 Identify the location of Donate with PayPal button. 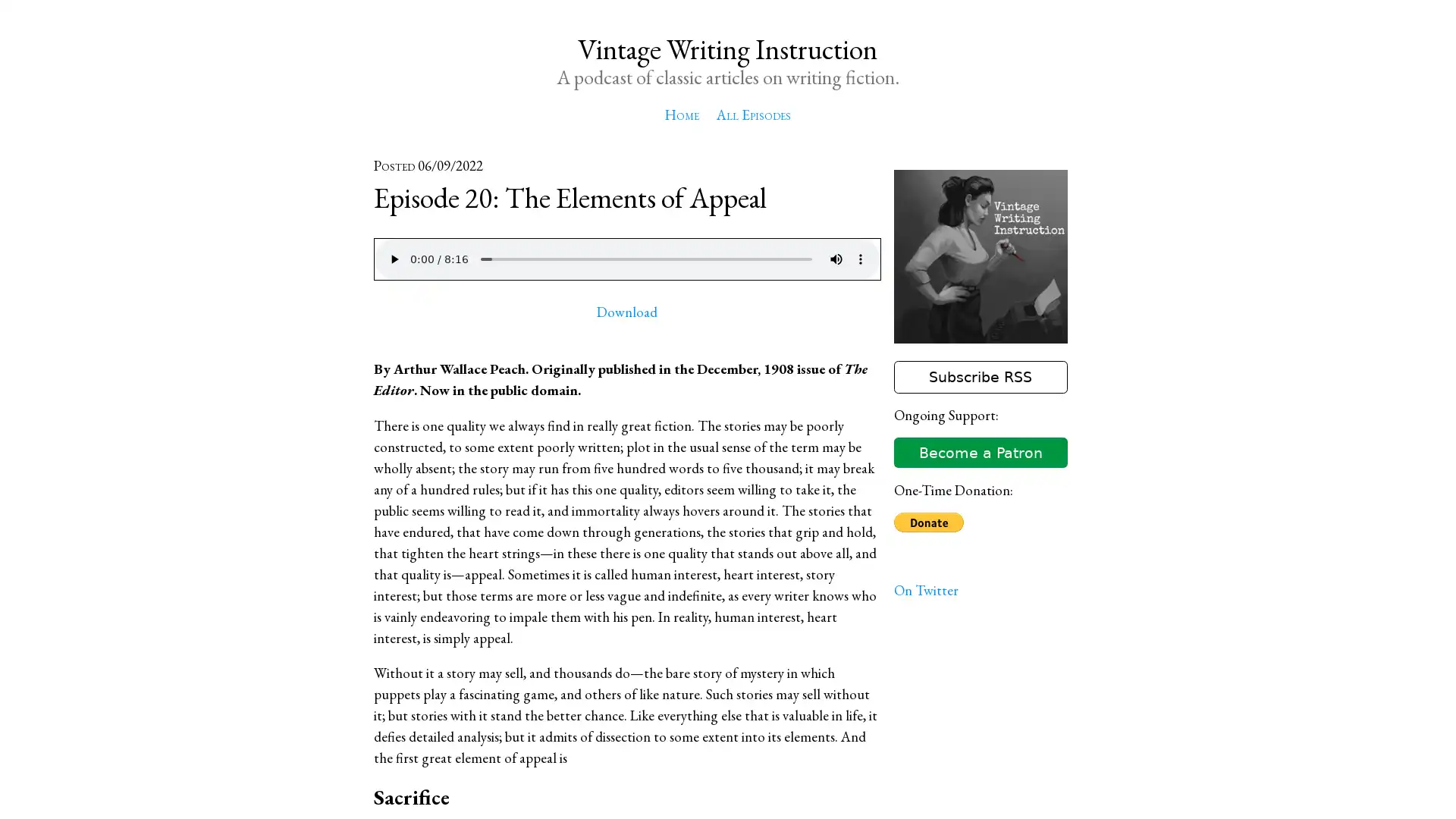
(927, 522).